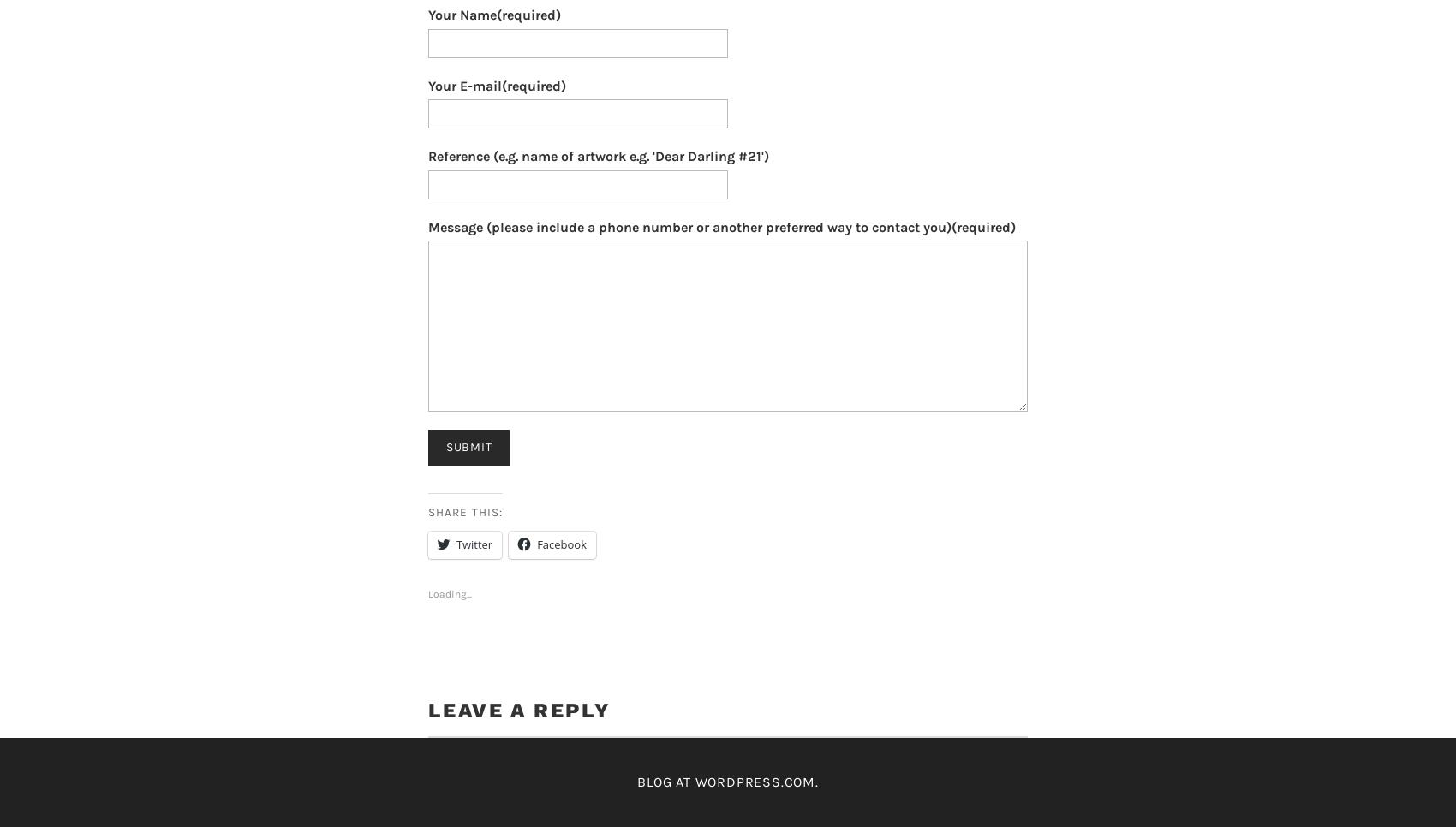  I want to click on 'Leave a Reply', so click(518, 709).